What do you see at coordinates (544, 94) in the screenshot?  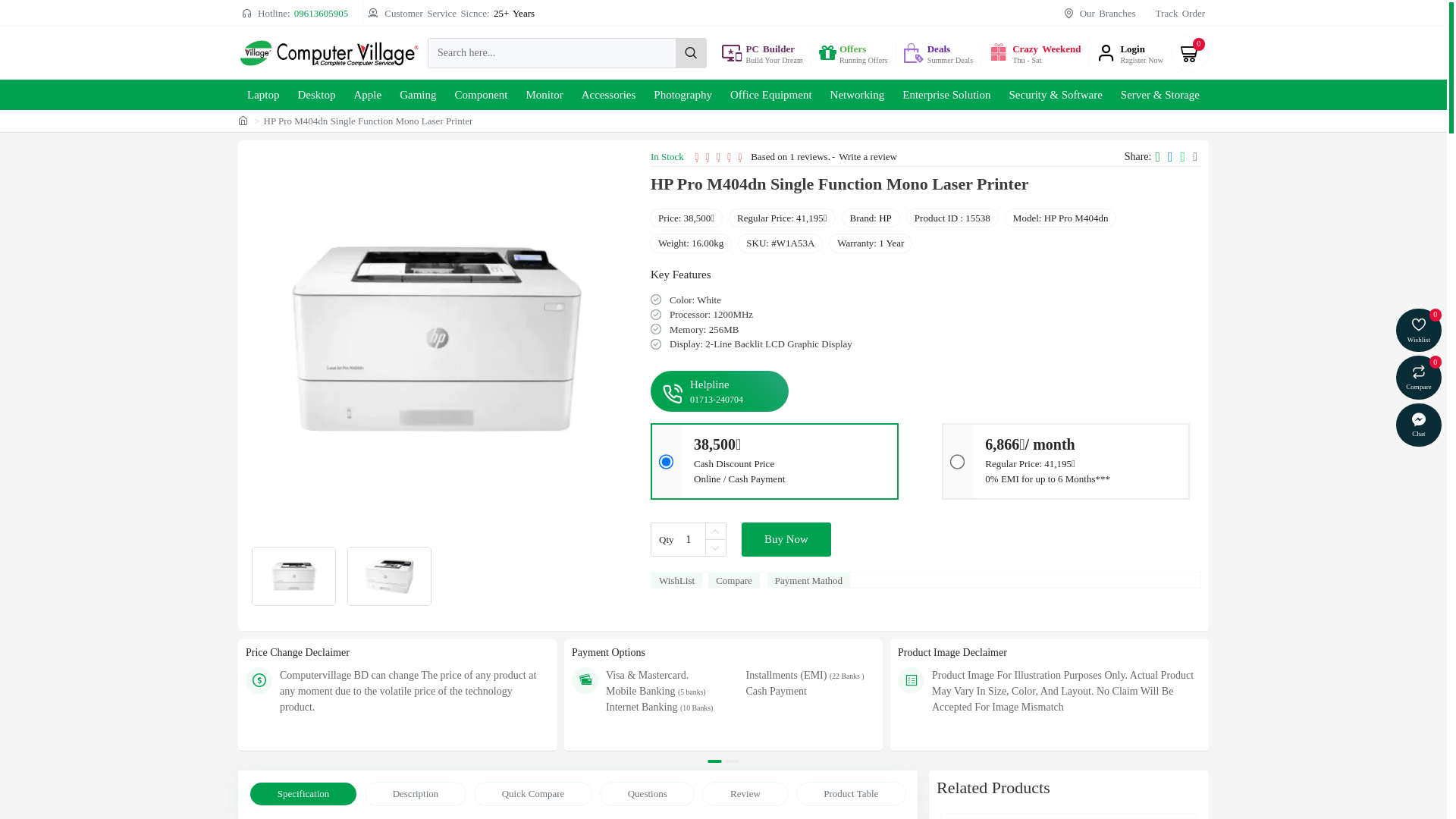 I see `'Monitor'` at bounding box center [544, 94].